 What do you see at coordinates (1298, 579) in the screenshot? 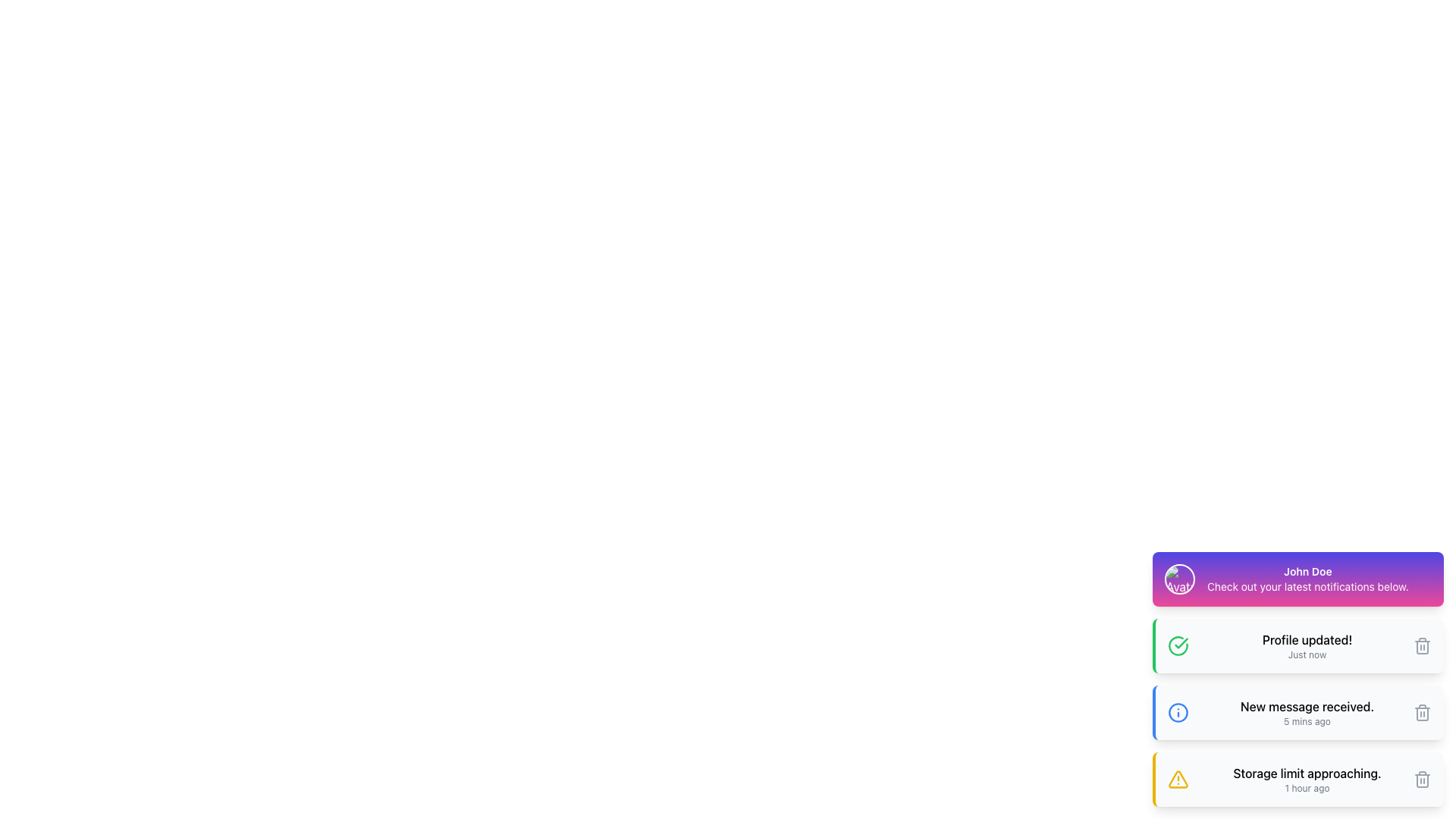
I see `the notification banner displaying 'John Doe' and 'Check out your latest notifications below.' with a gradient background from indigo to pink` at bounding box center [1298, 579].